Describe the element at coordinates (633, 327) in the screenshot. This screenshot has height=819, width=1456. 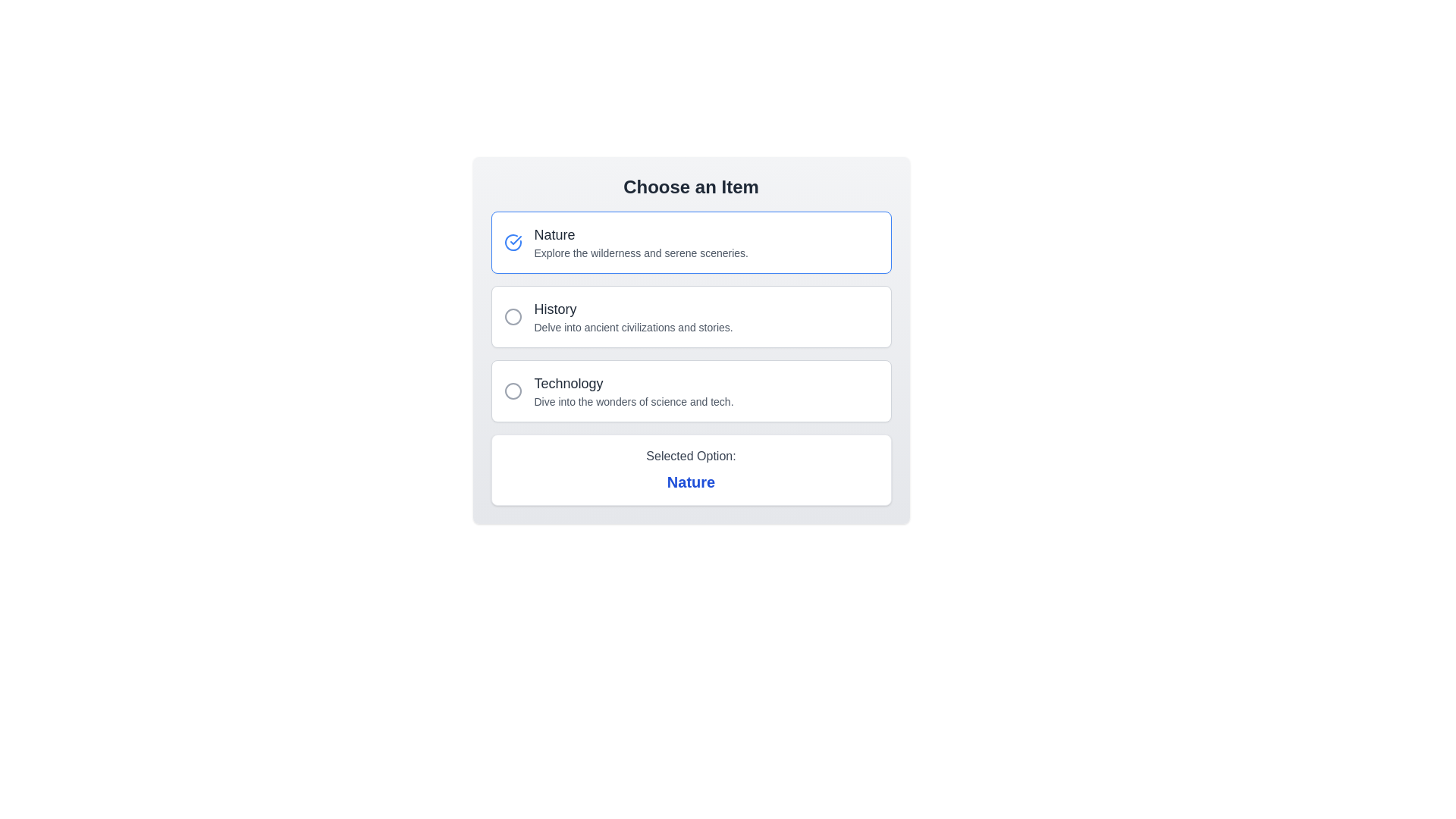
I see `the descriptive text label located beneath the 'History' title in the vertically stacked list of options` at that location.